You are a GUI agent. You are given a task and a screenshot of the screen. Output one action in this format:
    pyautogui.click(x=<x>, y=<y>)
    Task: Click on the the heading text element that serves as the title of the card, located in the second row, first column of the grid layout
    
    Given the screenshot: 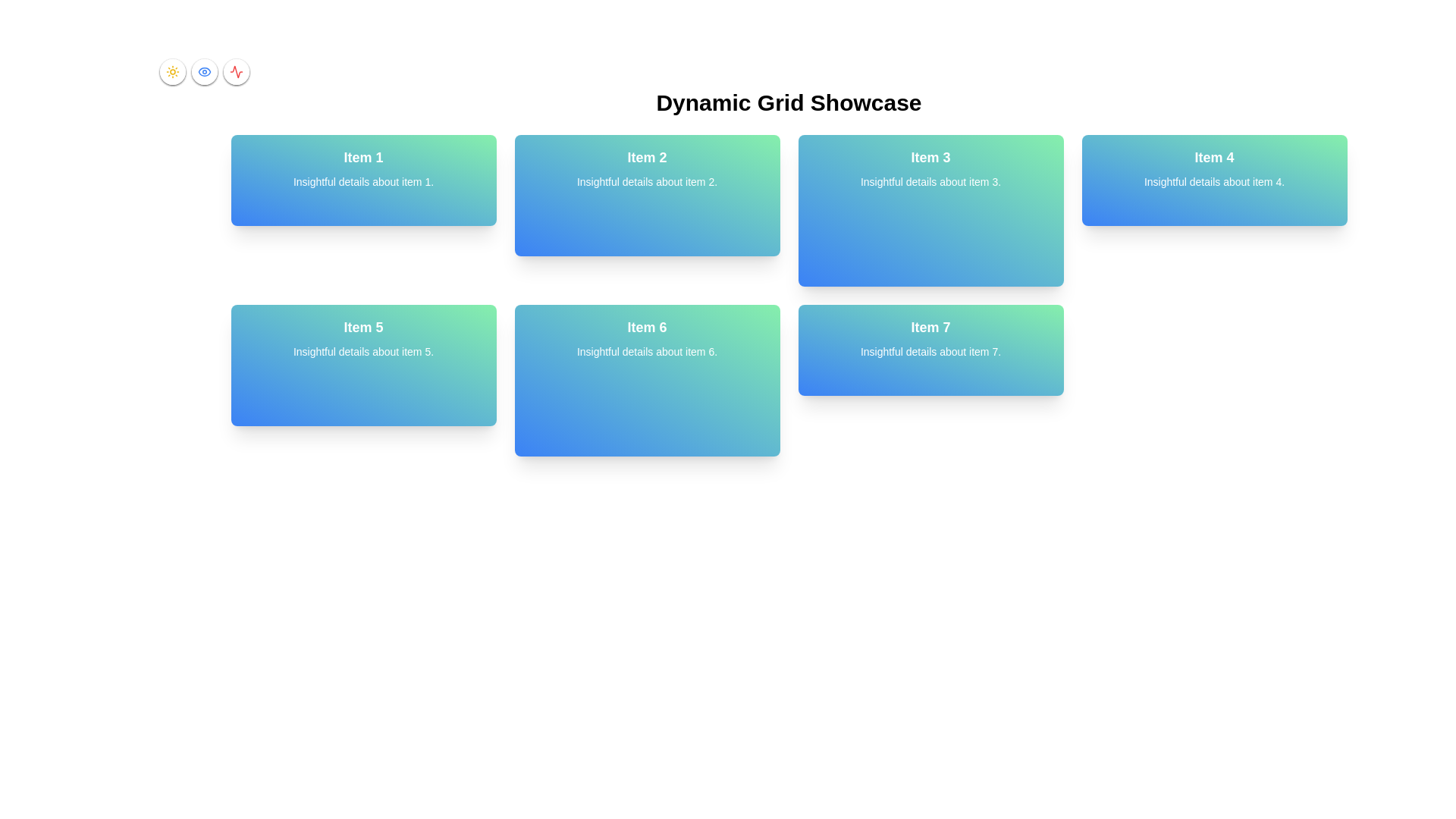 What is the action you would take?
    pyautogui.click(x=362, y=327)
    